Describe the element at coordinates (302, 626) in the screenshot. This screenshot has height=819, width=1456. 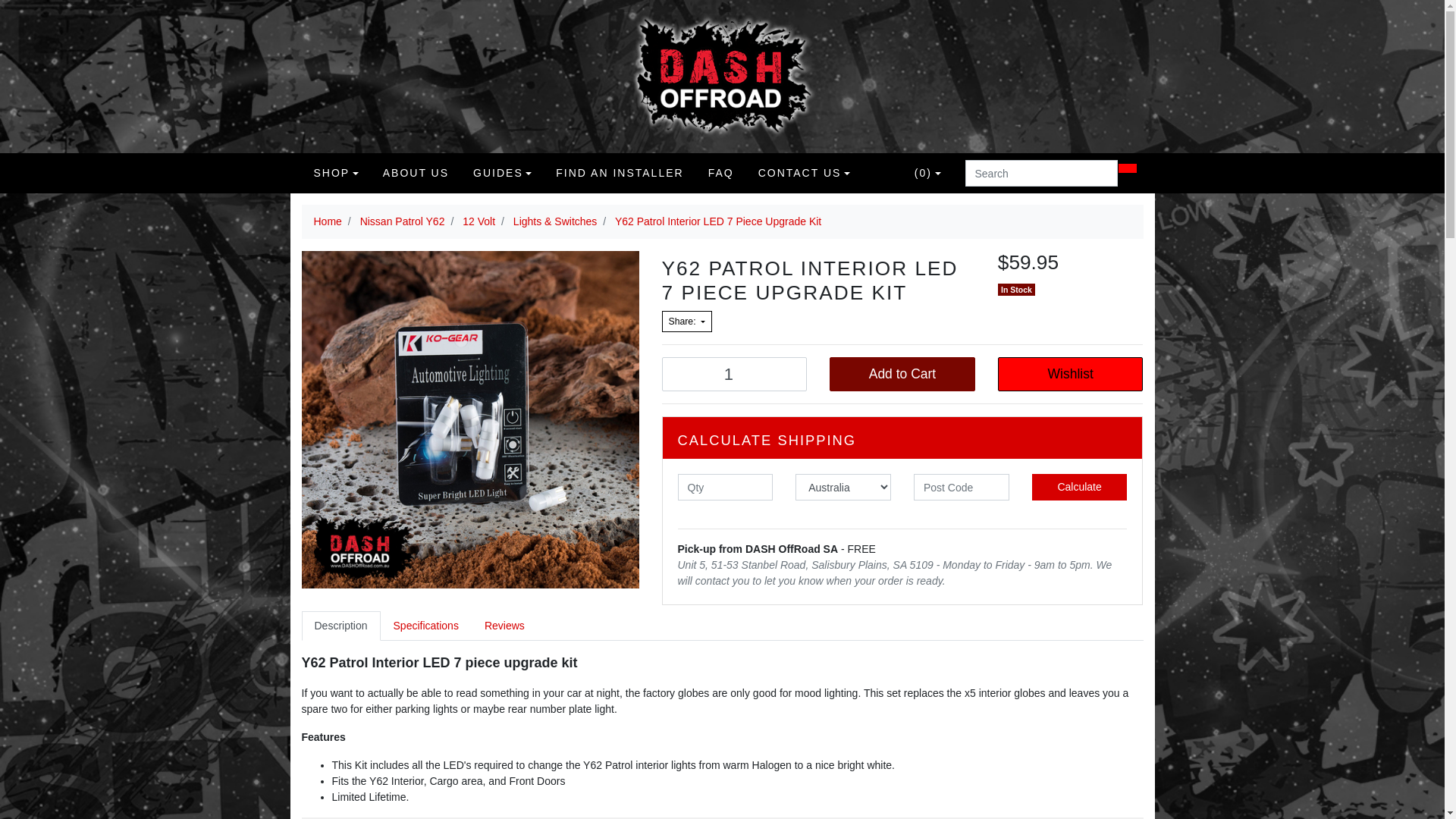
I see `'Description'` at that location.